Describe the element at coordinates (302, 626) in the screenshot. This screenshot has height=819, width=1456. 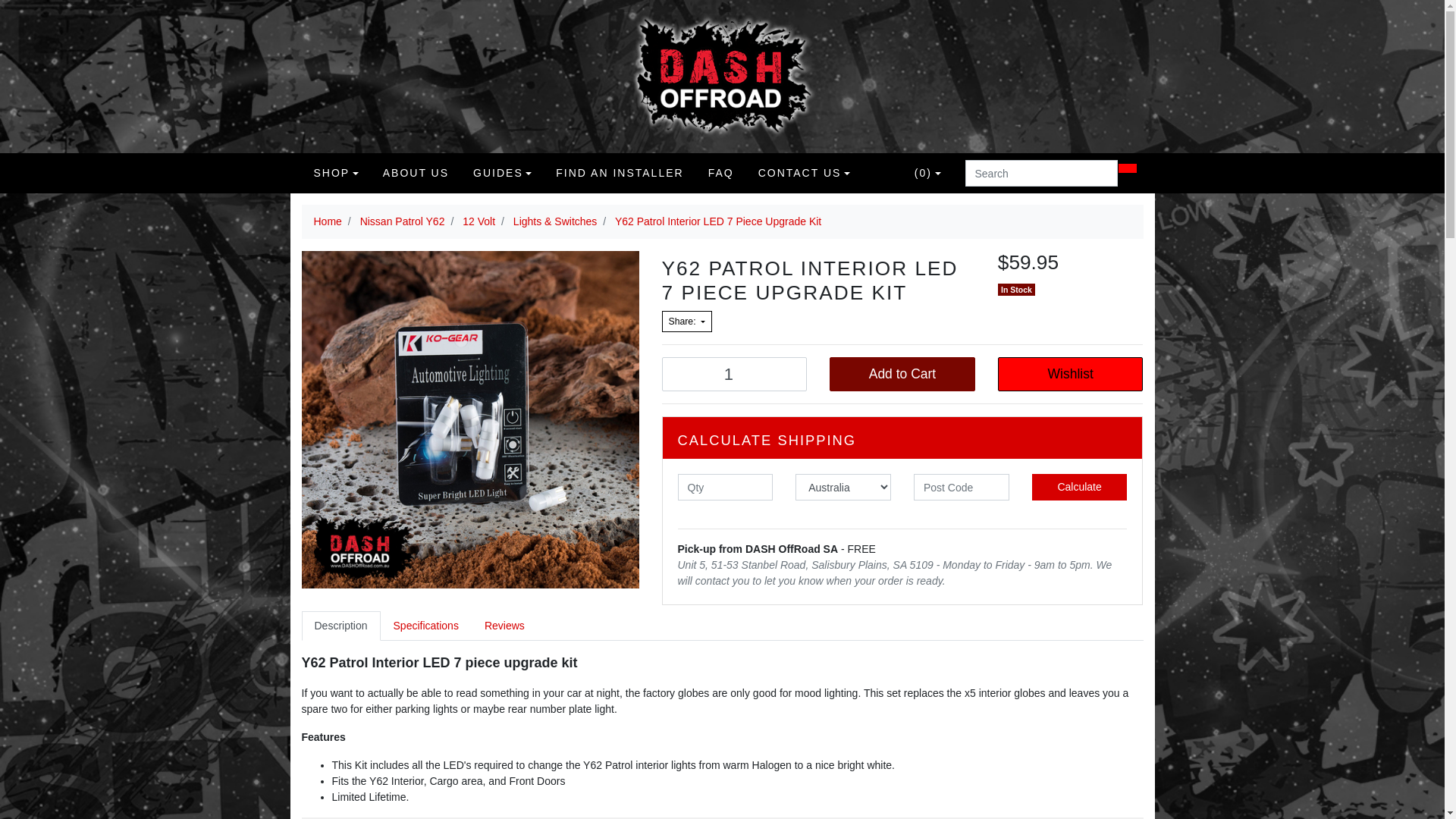
I see `'Description'` at that location.